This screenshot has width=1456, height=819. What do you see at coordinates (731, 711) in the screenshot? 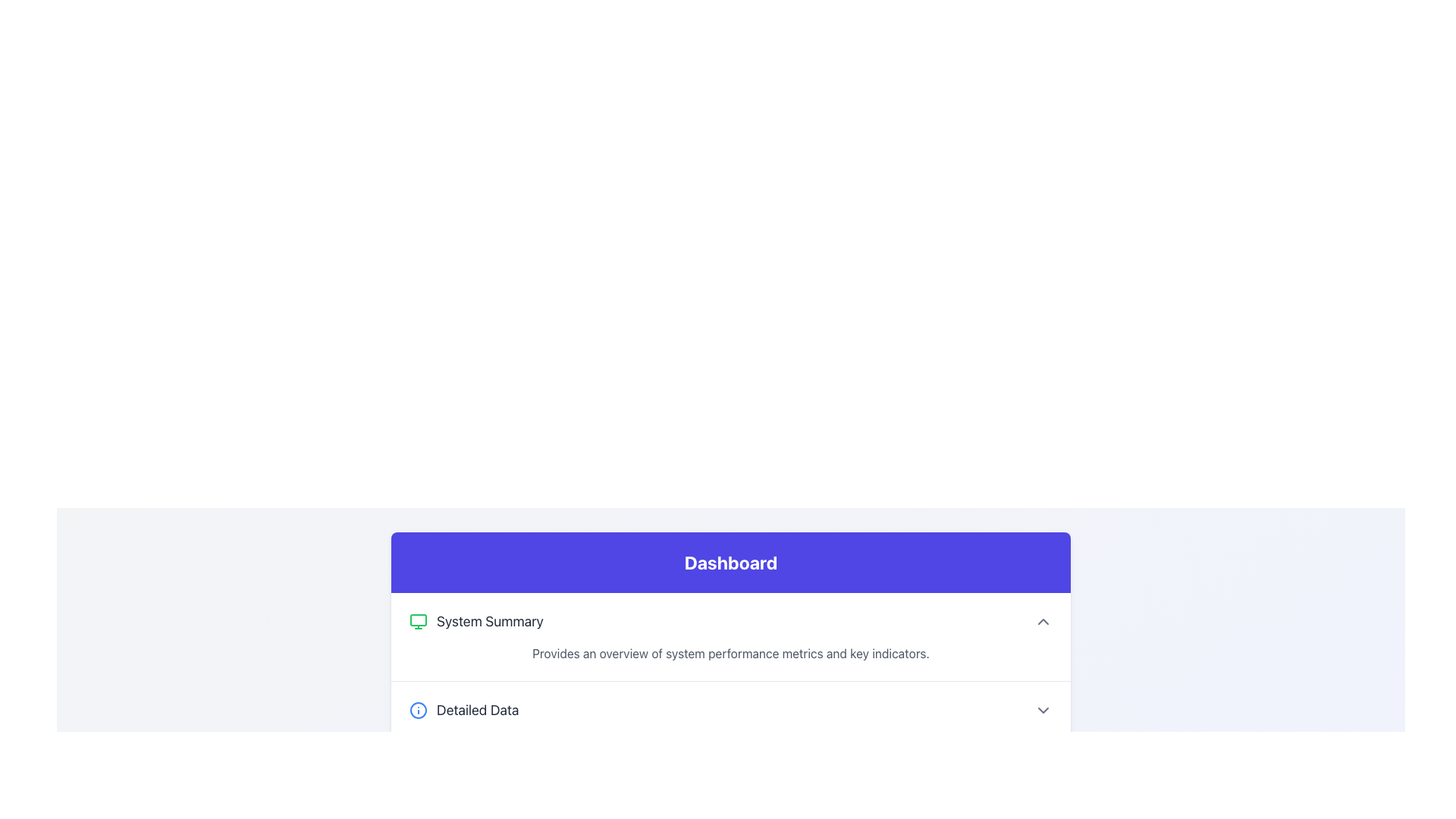
I see `the 'Detailed Data' Interactive Dropdown Trigger` at bounding box center [731, 711].